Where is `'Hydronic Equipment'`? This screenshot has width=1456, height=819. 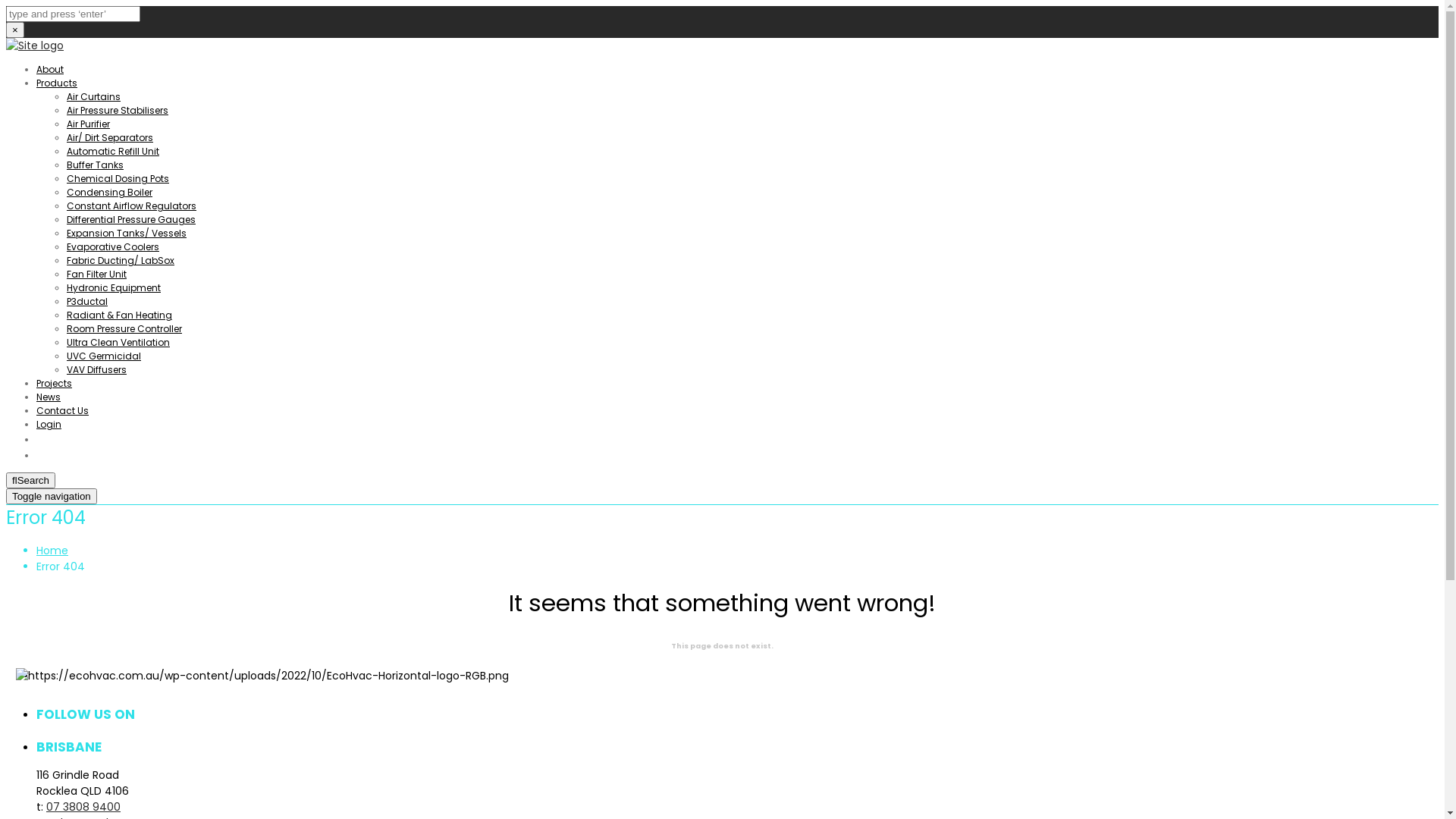
'Hydronic Equipment' is located at coordinates (112, 287).